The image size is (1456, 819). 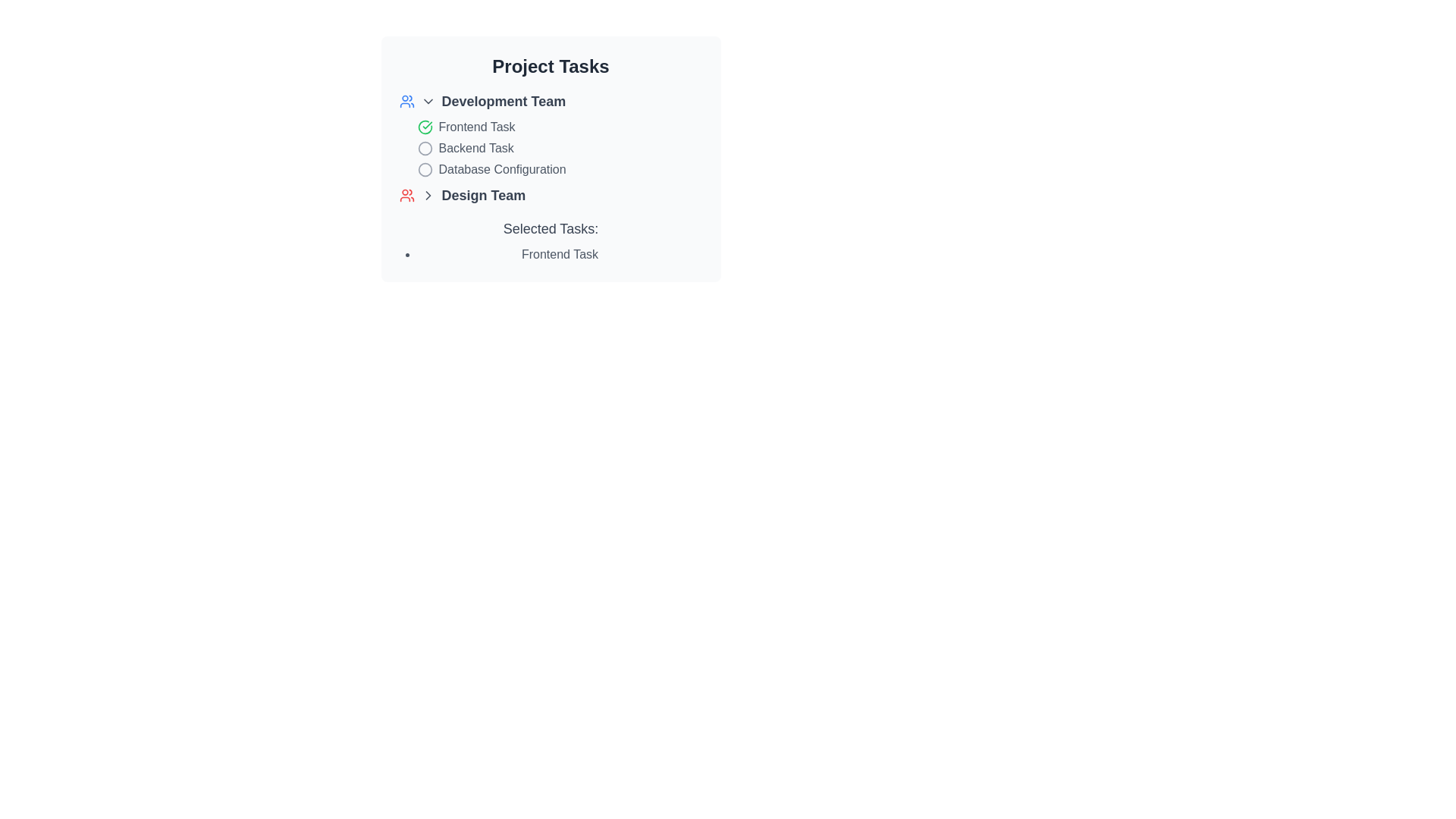 I want to click on the right-facing gray chevron icon rendered as an SVG, positioned to the left of the 'Design Team' text in the 'Project Tasks' panel, so click(x=427, y=195).